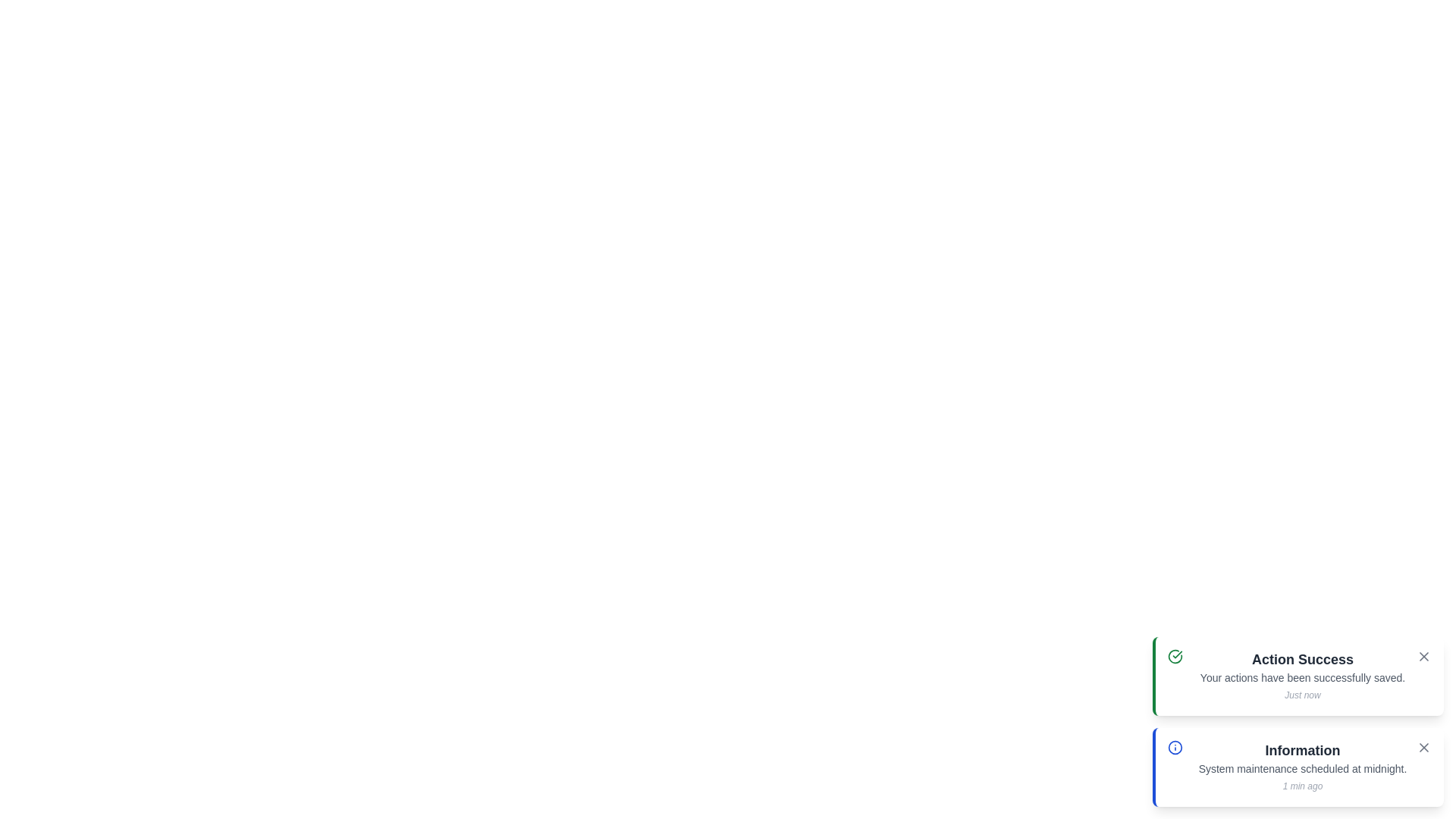 The height and width of the screenshot is (819, 1456). What do you see at coordinates (1175, 656) in the screenshot?
I see `the notification of type 'success' by clicking on its icon` at bounding box center [1175, 656].